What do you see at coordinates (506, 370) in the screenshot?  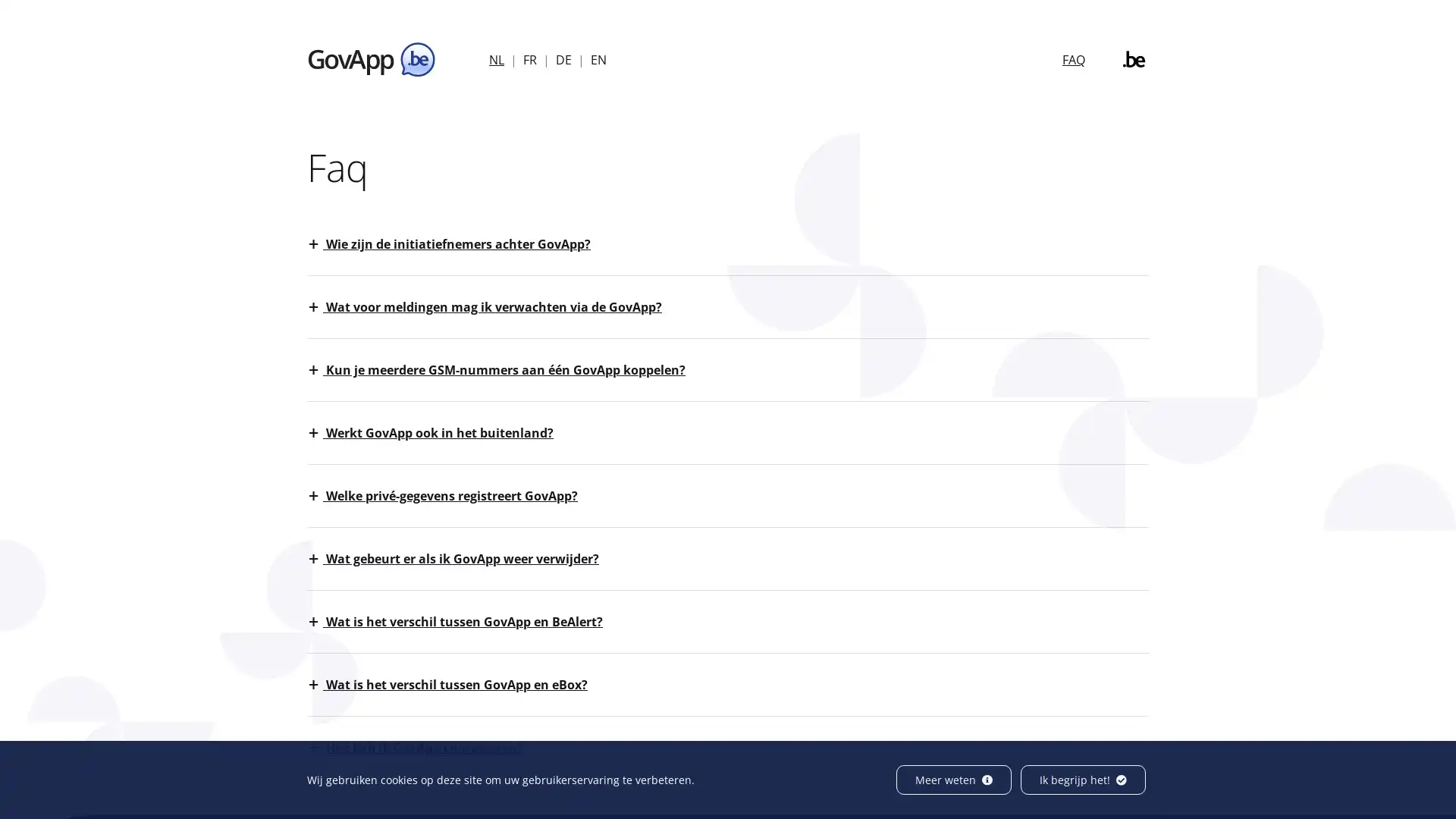 I see `+ Kun je meerdere GSM-nummers aan een GovApp koppelen?` at bounding box center [506, 370].